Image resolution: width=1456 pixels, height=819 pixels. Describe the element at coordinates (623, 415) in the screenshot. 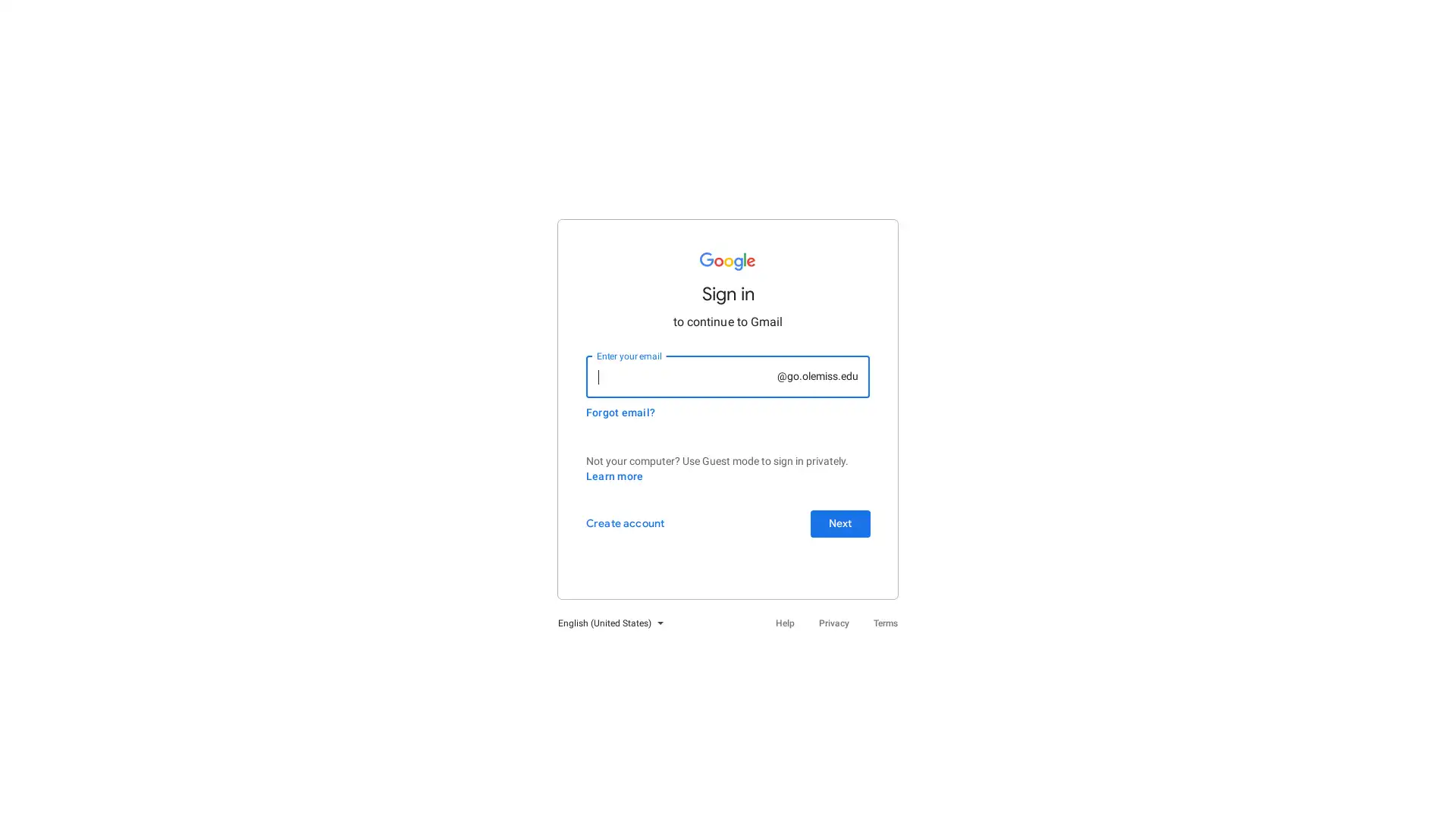

I see `Forgot email?` at that location.